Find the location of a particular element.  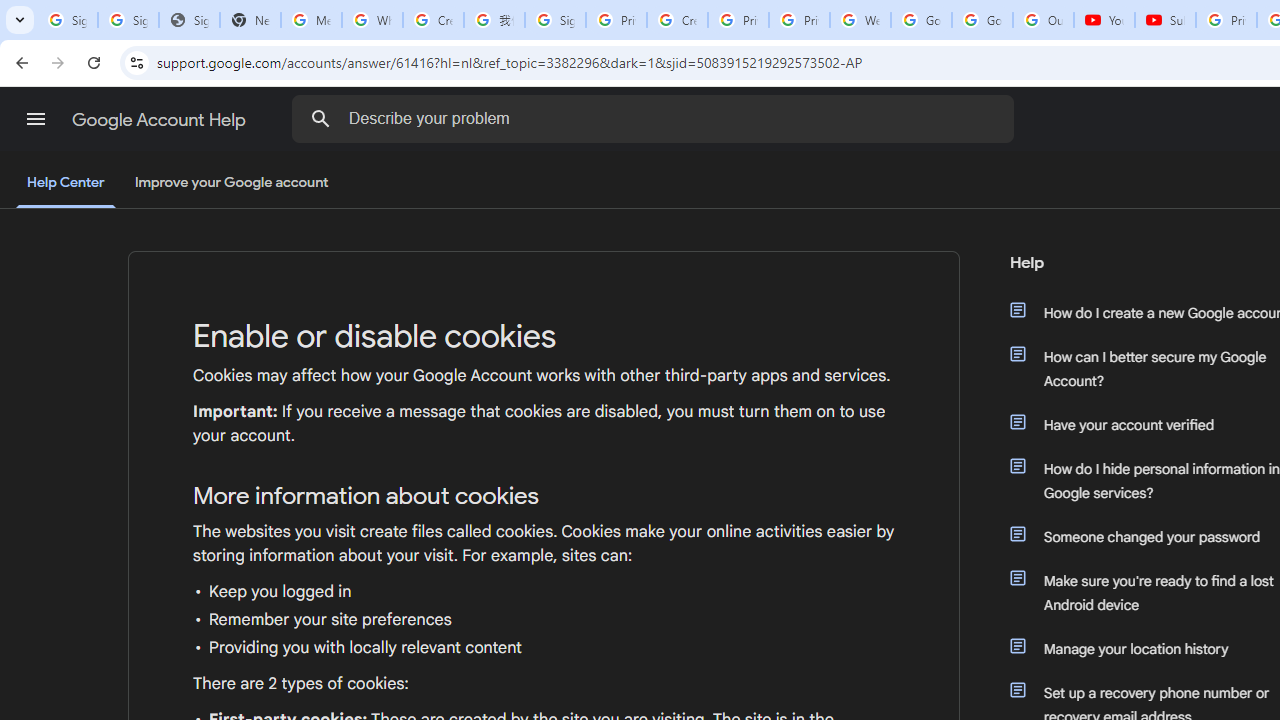

'Describe your problem' is located at coordinates (656, 118).